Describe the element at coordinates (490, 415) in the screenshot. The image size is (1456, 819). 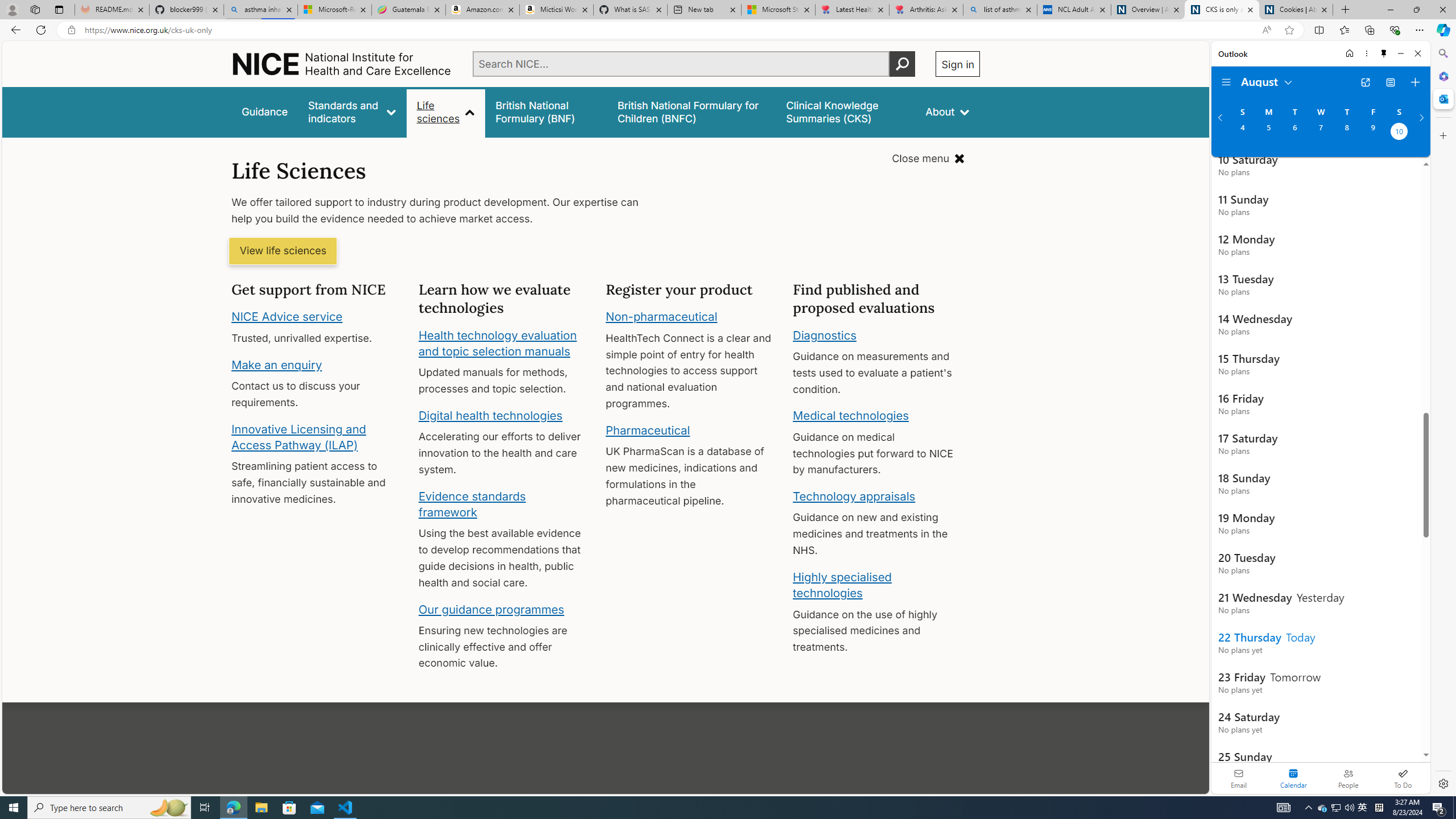
I see `'Digital health technologies'` at that location.